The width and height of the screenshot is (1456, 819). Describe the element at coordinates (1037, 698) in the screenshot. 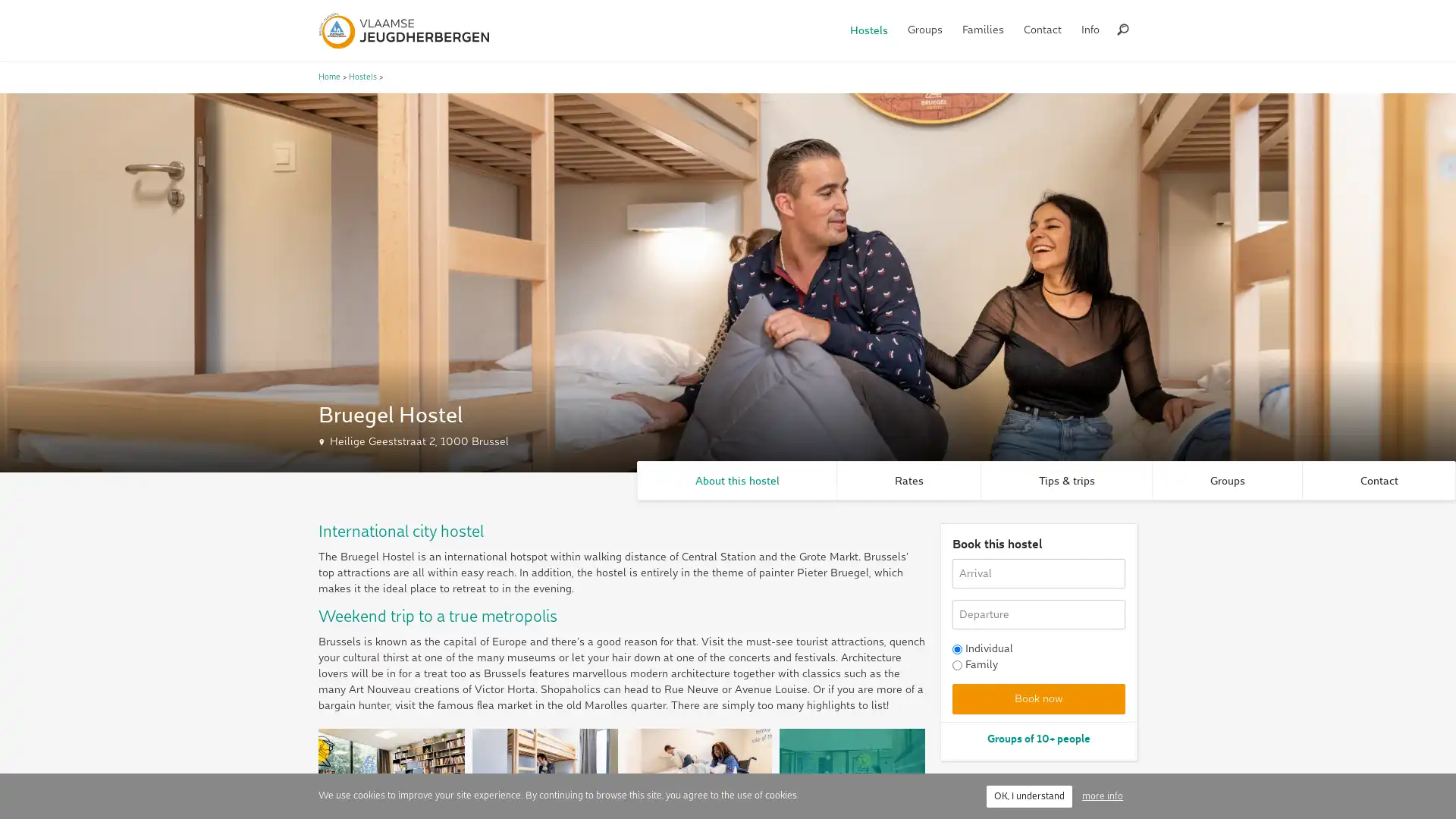

I see `Book now` at that location.